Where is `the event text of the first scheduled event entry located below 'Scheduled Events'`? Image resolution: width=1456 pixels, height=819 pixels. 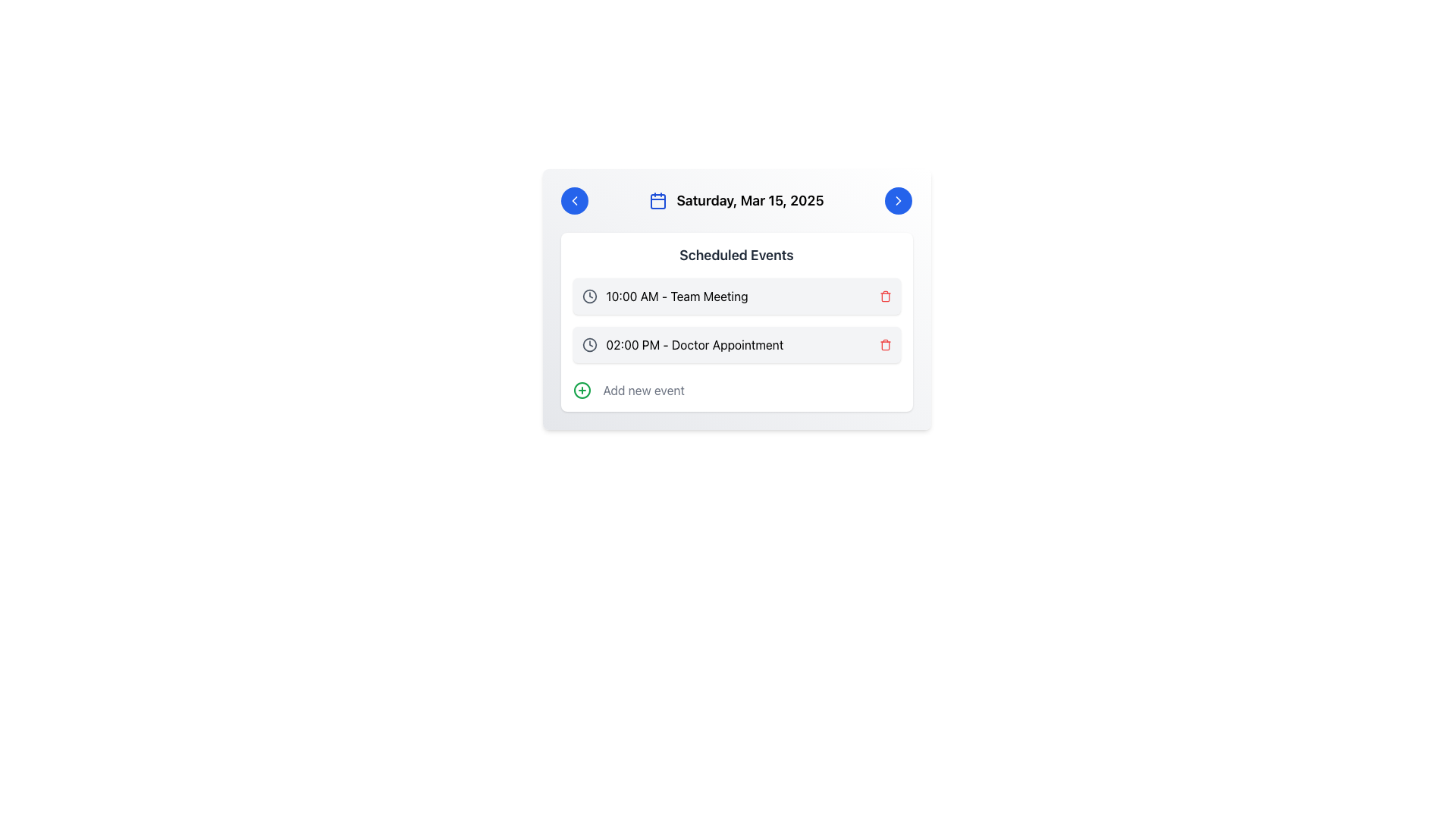 the event text of the first scheduled event entry located below 'Scheduled Events' is located at coordinates (736, 296).